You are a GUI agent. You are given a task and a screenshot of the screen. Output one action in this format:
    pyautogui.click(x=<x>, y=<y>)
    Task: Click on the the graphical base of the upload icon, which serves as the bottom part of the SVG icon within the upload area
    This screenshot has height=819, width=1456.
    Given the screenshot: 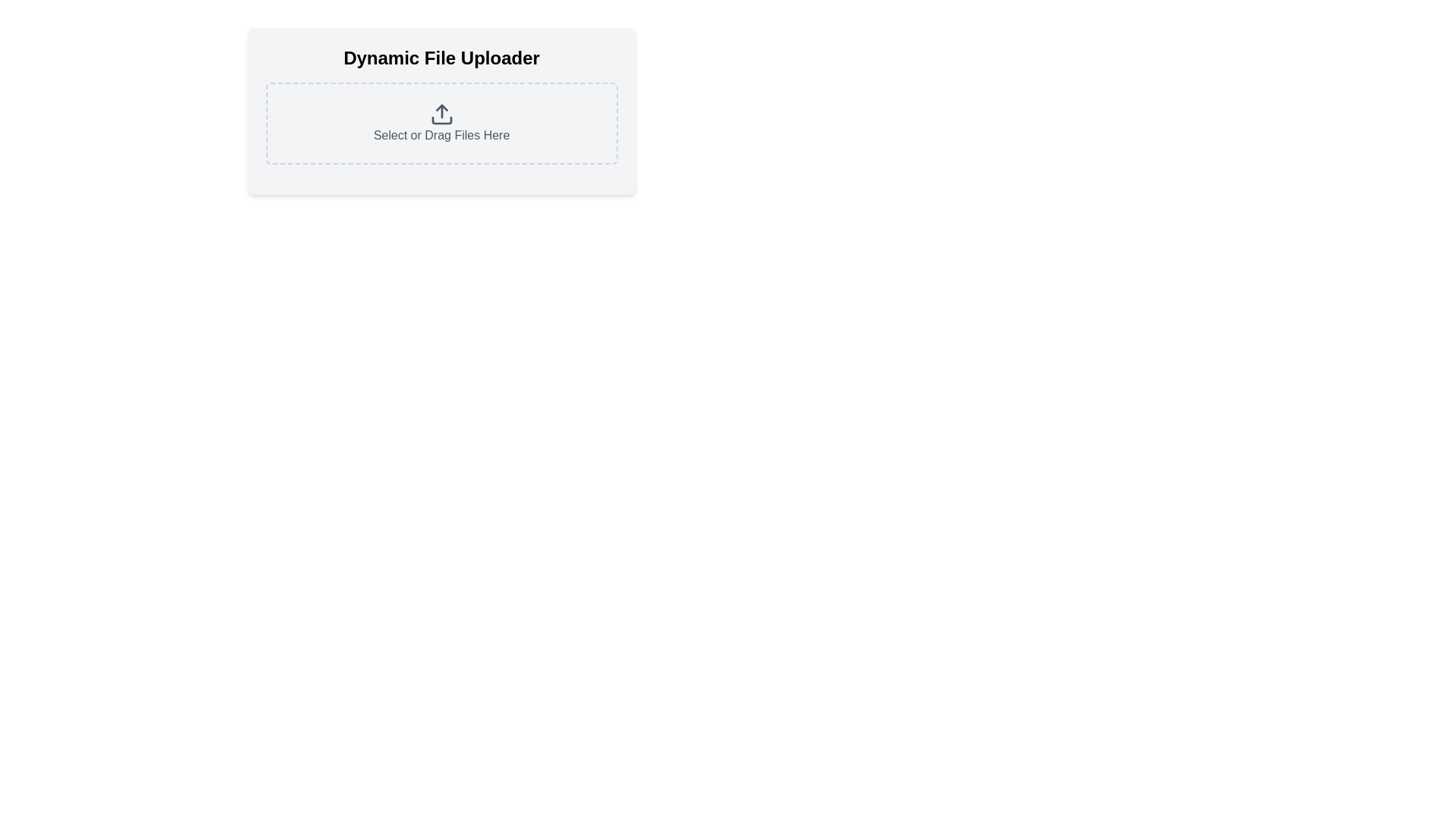 What is the action you would take?
    pyautogui.click(x=441, y=119)
    